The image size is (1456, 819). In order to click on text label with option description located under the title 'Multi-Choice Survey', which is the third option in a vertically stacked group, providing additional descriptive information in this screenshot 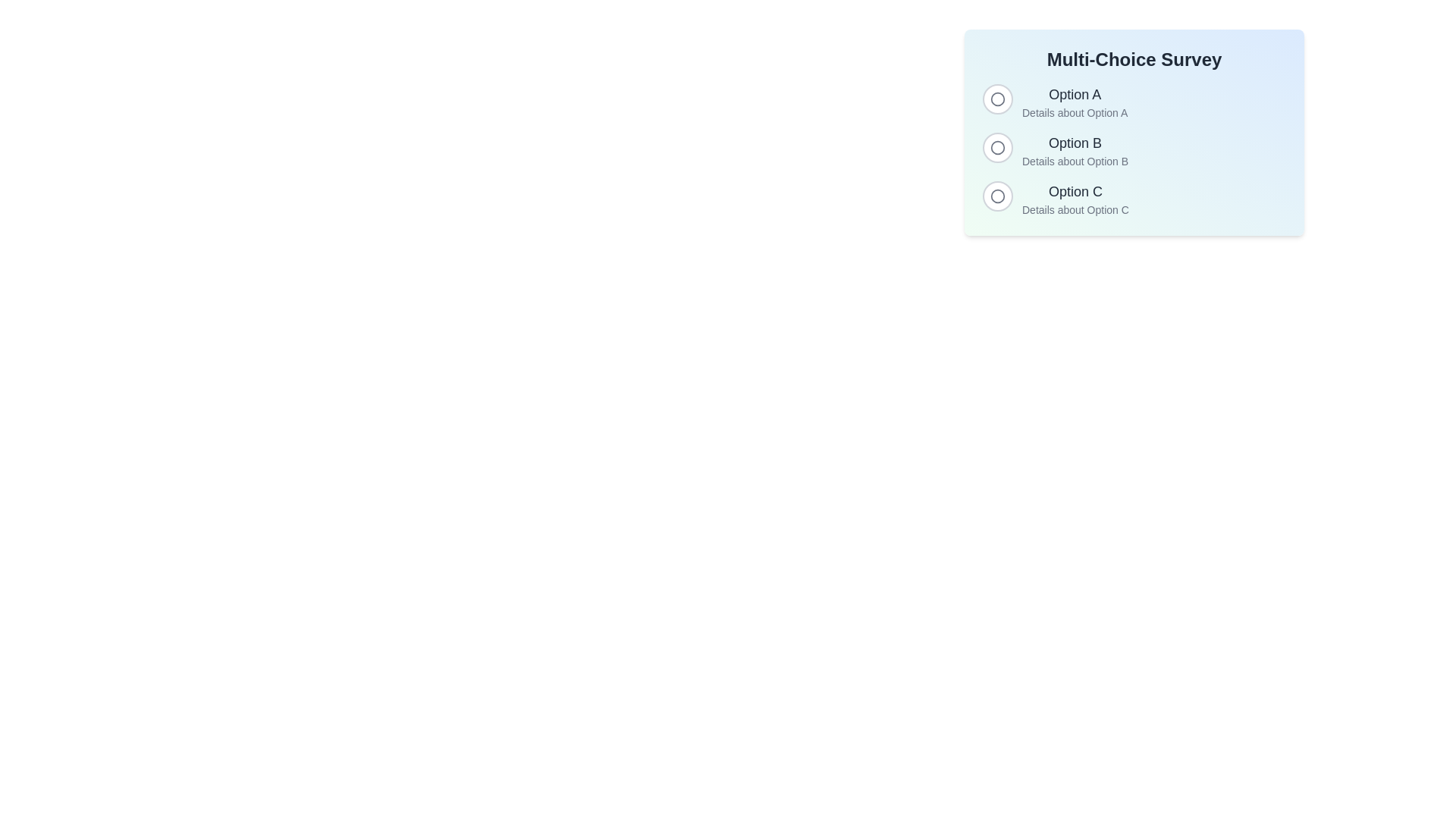, I will do `click(1075, 198)`.